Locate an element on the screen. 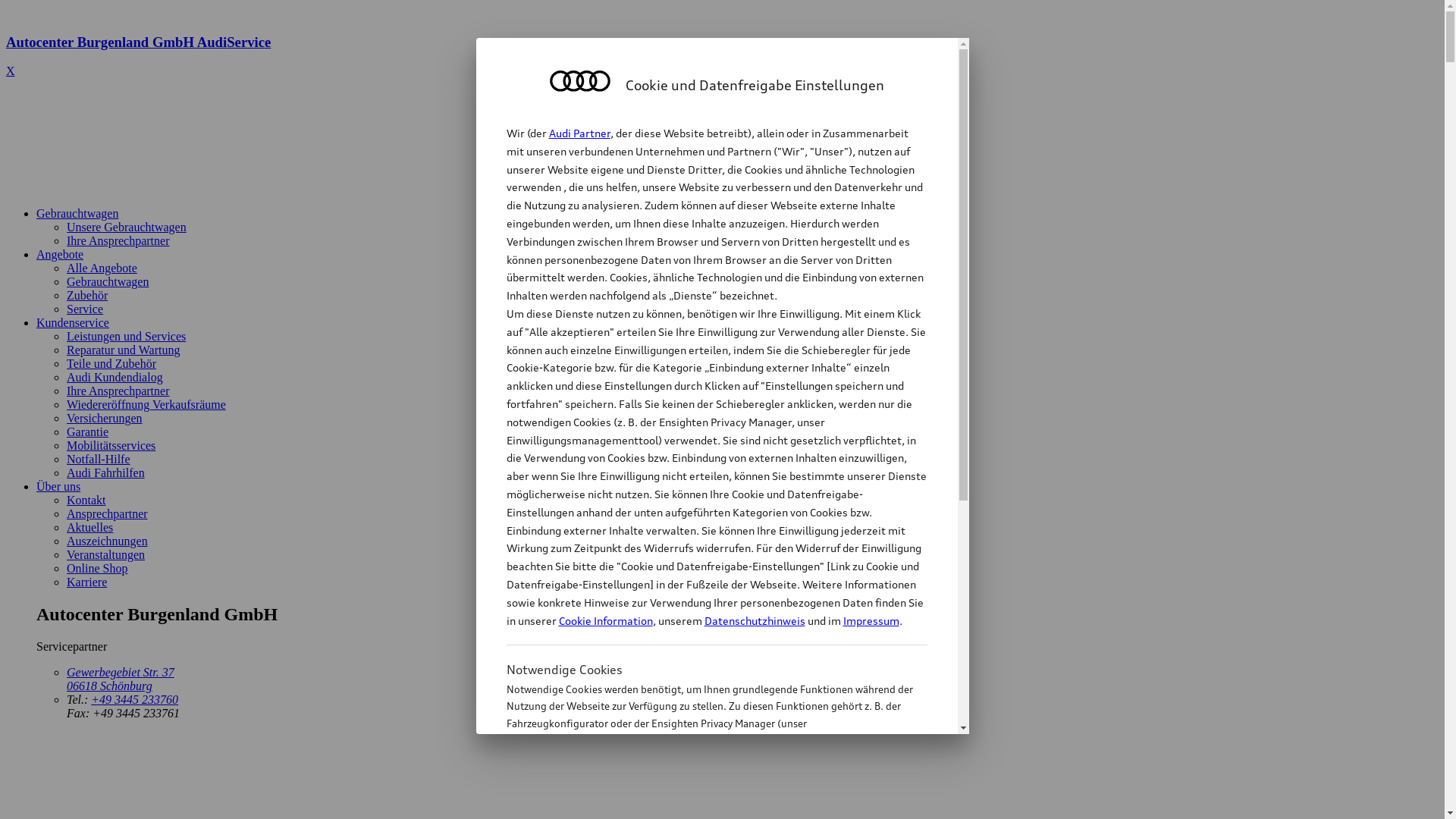 The image size is (1456, 819). 'Leistungen und Services' is located at coordinates (126, 335).